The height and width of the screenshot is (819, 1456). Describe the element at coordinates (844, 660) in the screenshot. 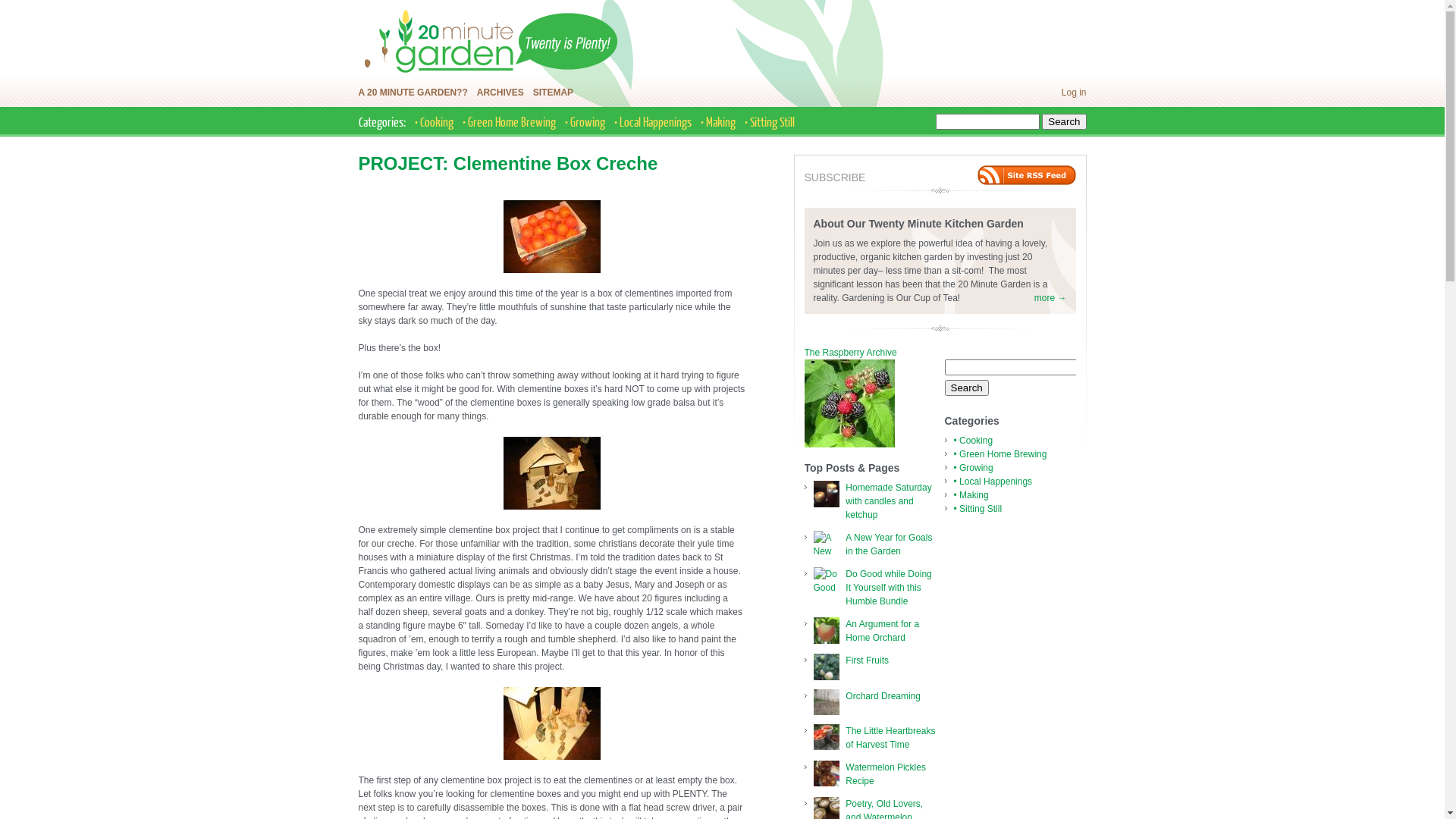

I see `'First Fruits'` at that location.